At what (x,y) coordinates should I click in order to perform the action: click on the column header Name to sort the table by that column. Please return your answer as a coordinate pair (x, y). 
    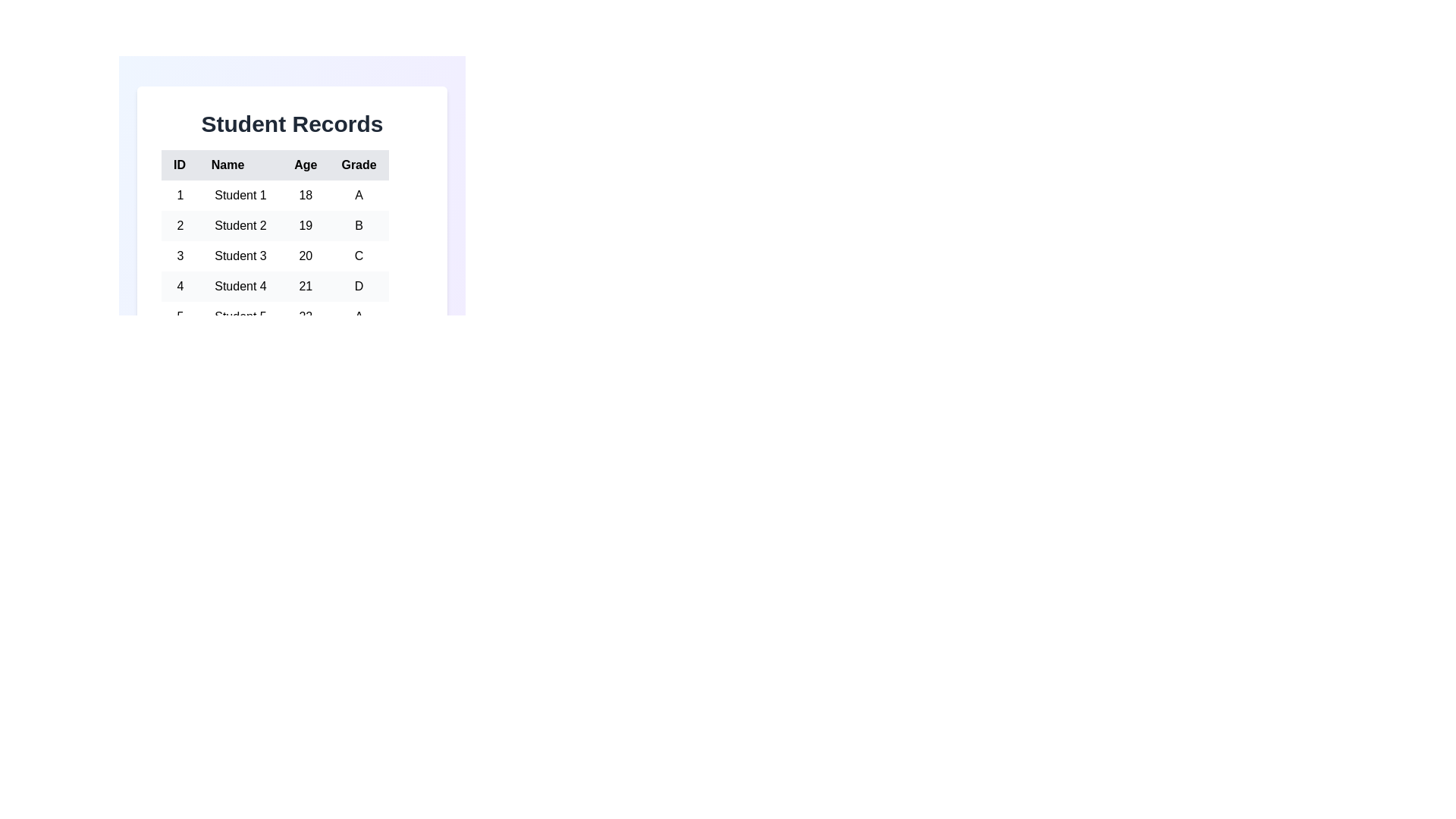
    Looking at the image, I should click on (239, 165).